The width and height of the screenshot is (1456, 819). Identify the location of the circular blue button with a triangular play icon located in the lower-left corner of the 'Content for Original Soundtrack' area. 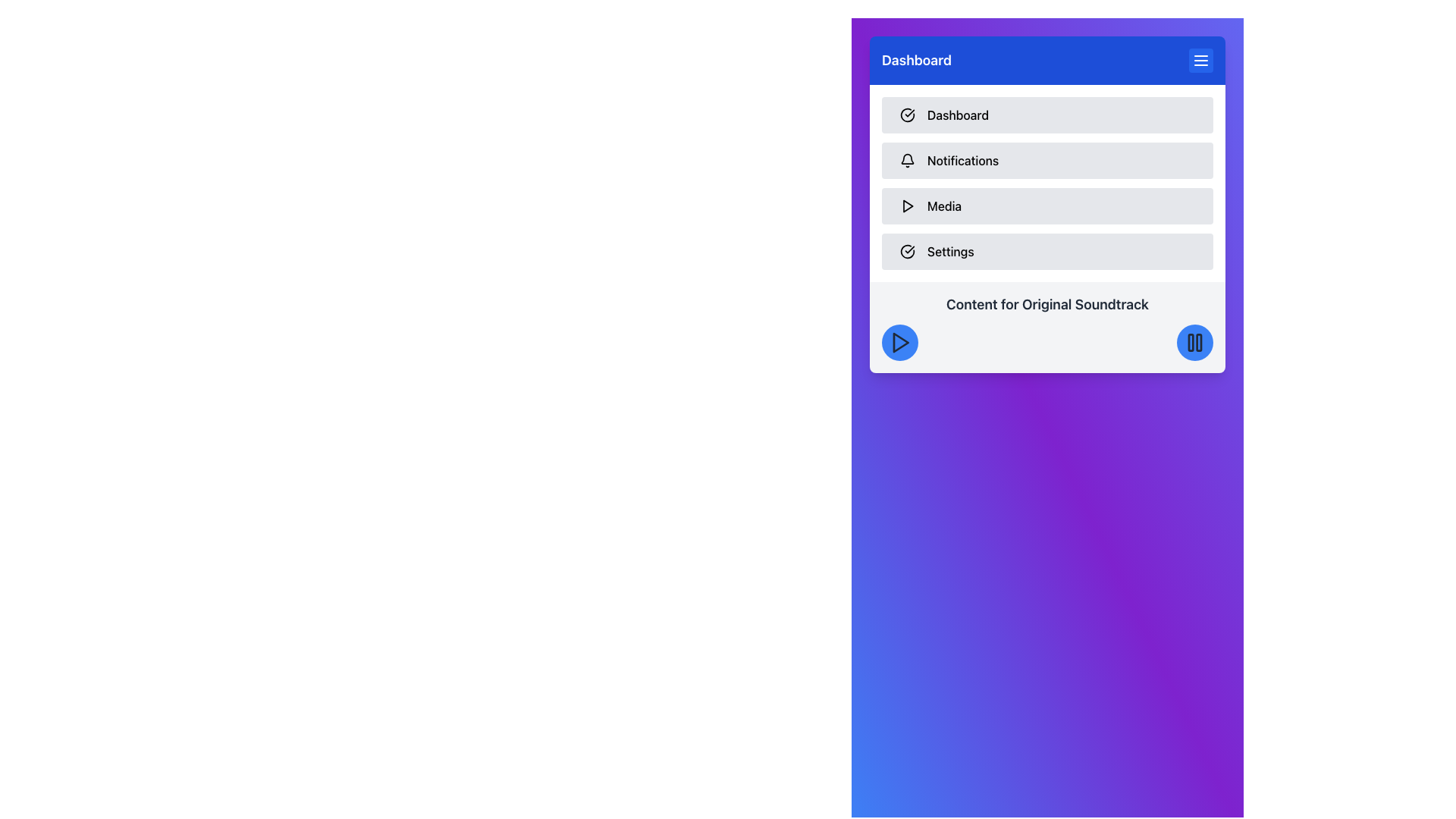
(899, 342).